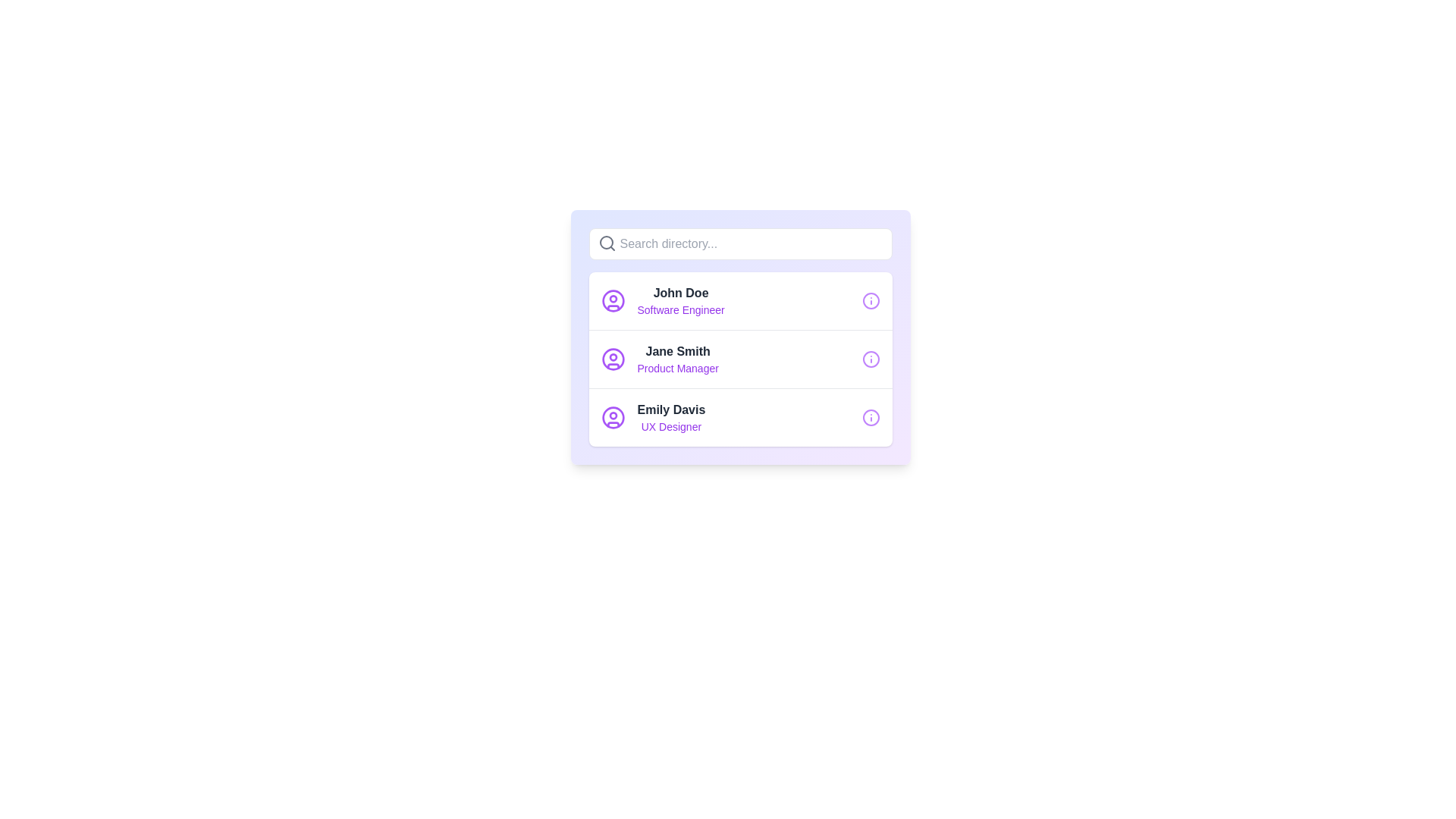  I want to click on the SVG Circle element which is part of the icon located to the right of 'Emily Davis, UX Designer' in the profiles list, so click(871, 418).